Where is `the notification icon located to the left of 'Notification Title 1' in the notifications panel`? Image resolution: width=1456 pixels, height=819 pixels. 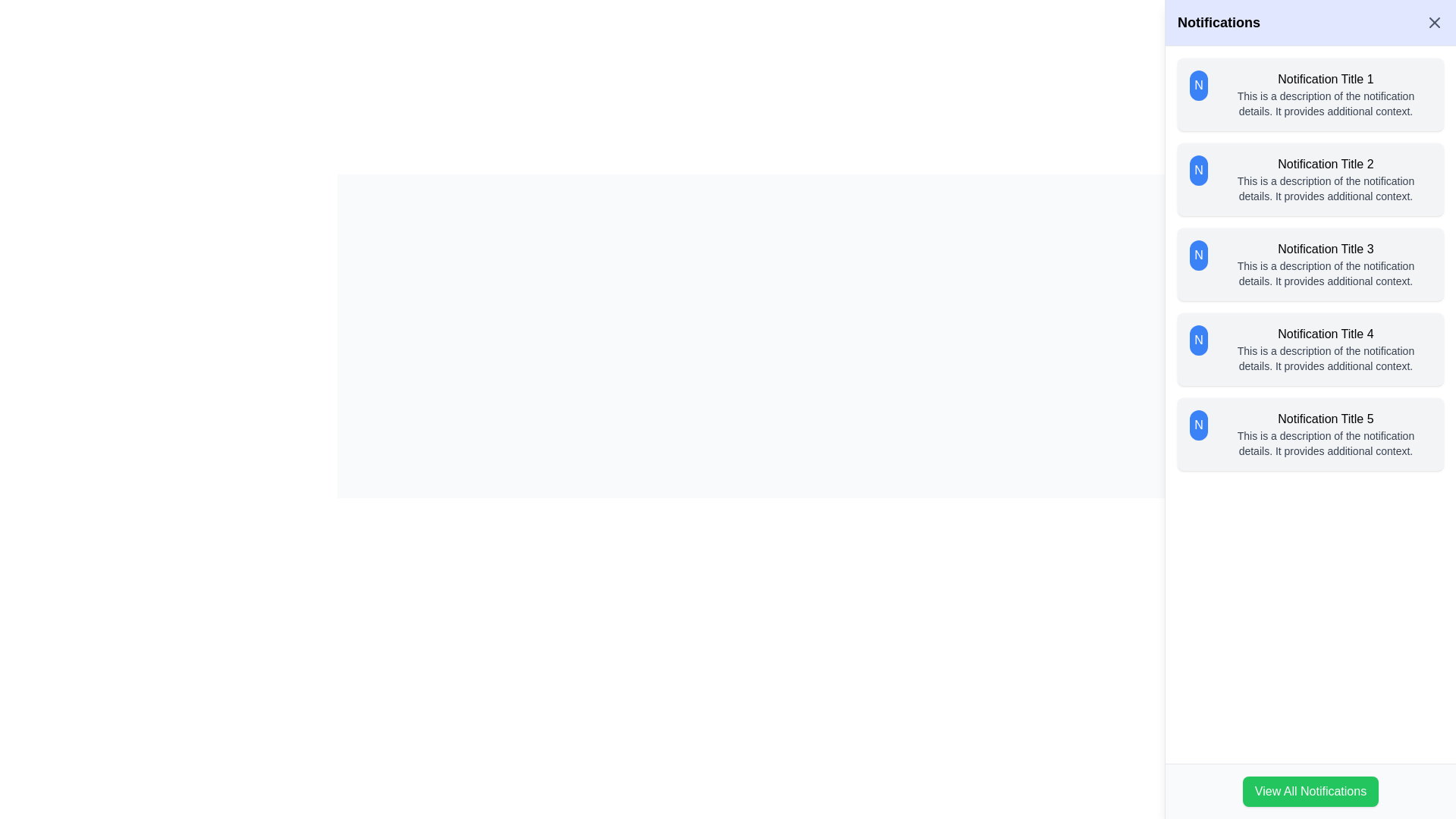
the notification icon located to the left of 'Notification Title 1' in the notifications panel is located at coordinates (1197, 85).